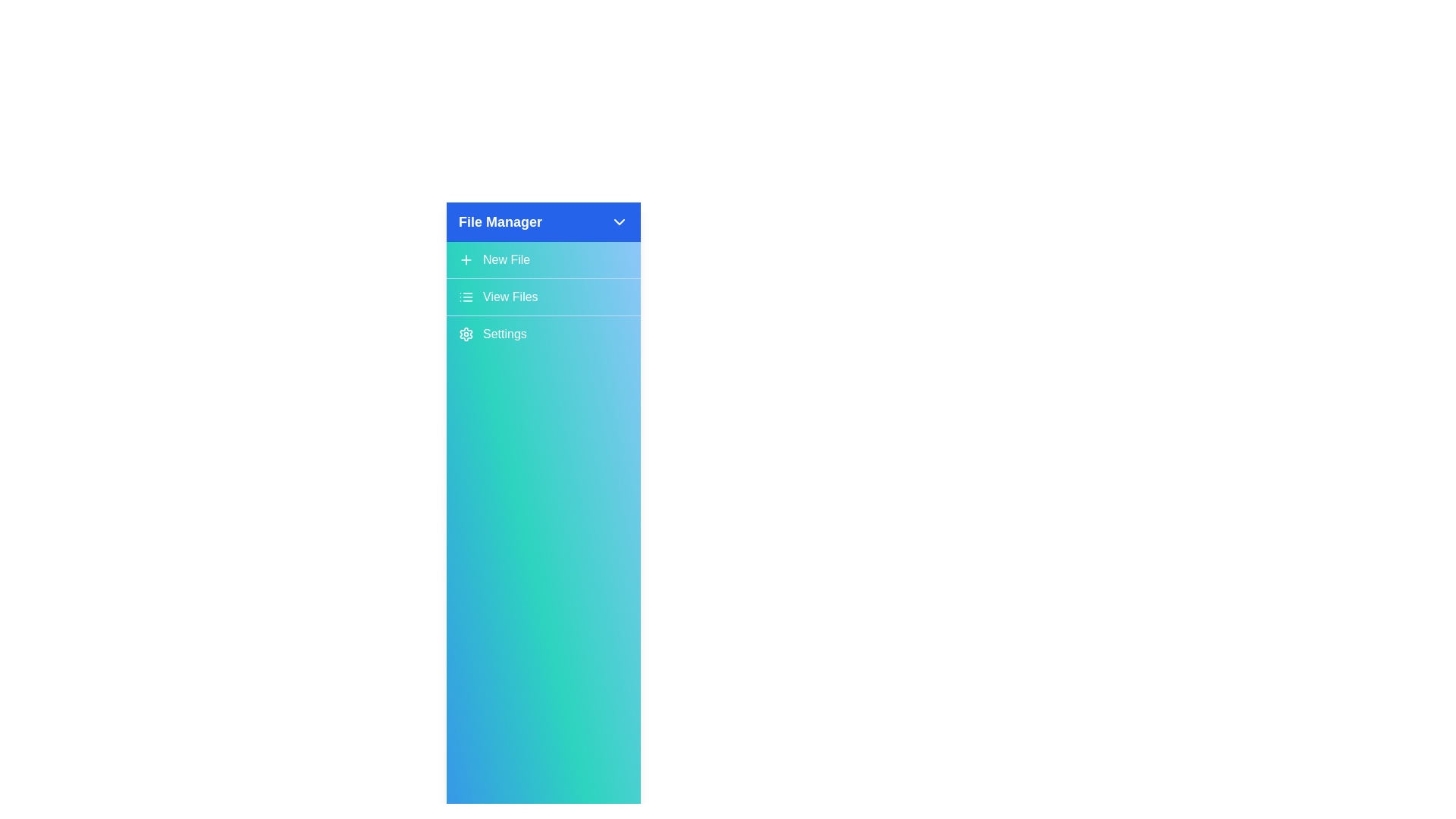 The image size is (1456, 819). I want to click on the 'New File' button to create a new file, so click(543, 259).